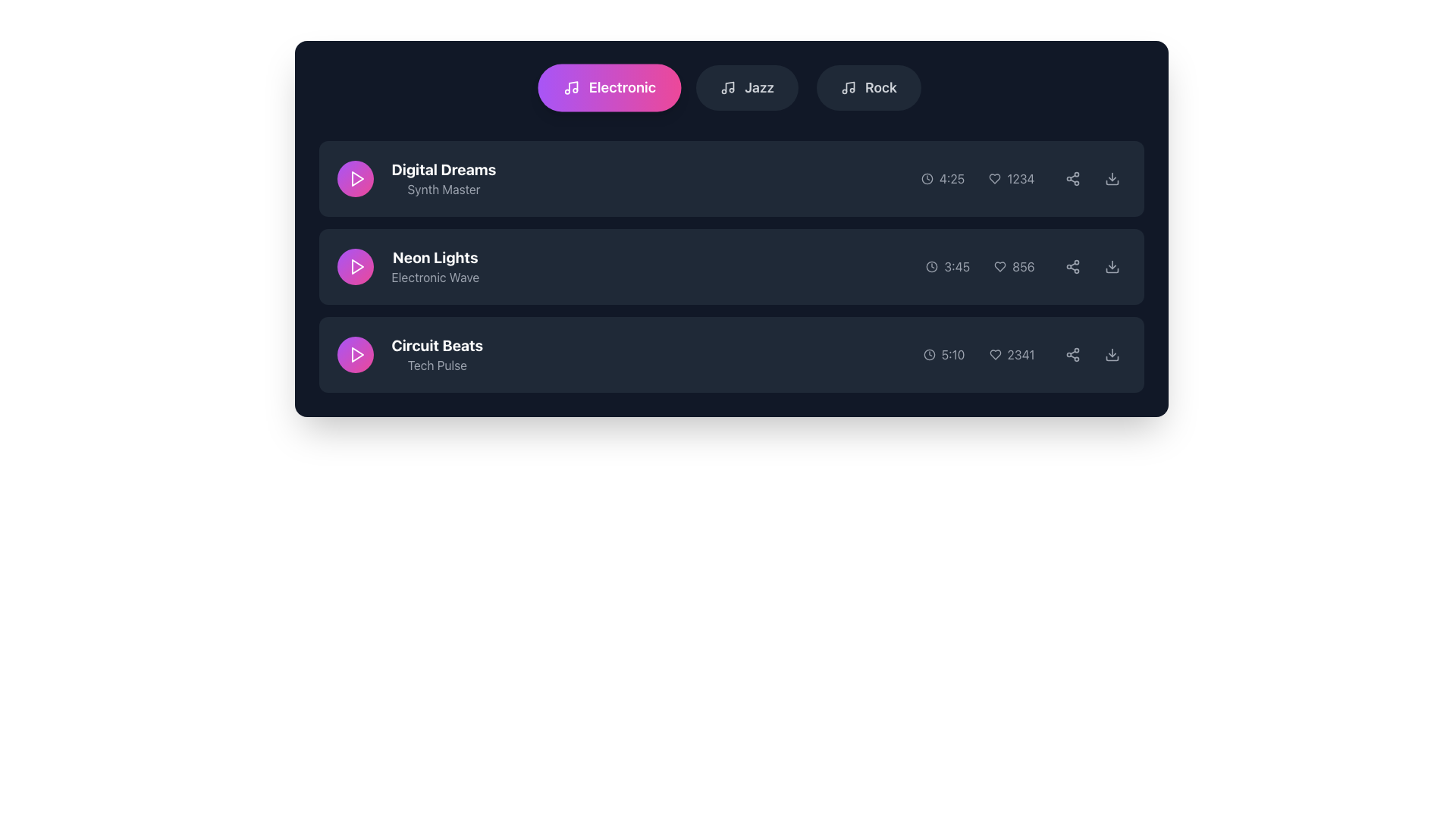 The image size is (1456, 819). I want to click on the 'Electronic' button which contains a musical note icon outlined in white on a purple to pink background, so click(570, 87).